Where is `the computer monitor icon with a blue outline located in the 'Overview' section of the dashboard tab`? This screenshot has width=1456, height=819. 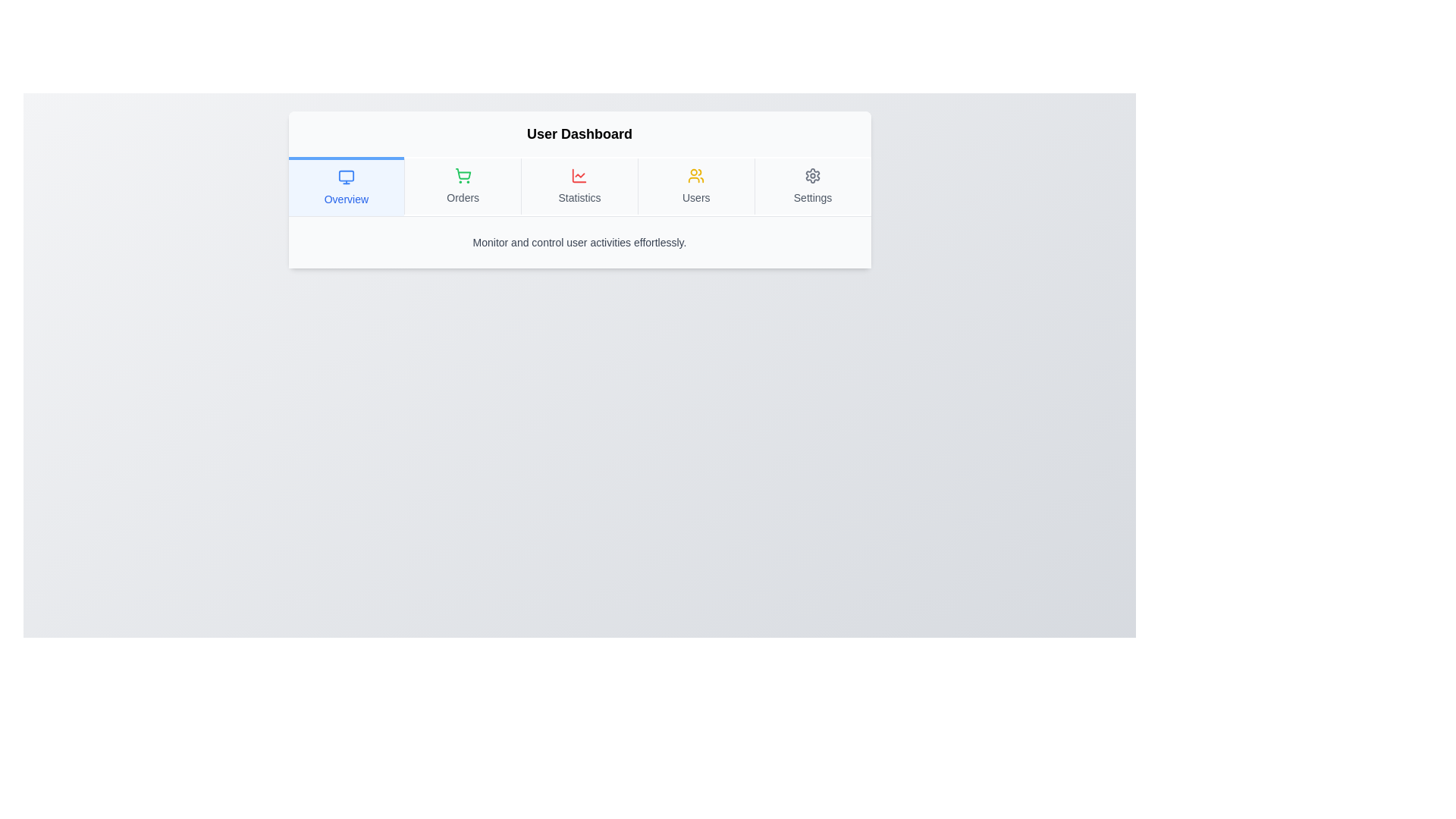 the computer monitor icon with a blue outline located in the 'Overview' section of the dashboard tab is located at coordinates (345, 177).